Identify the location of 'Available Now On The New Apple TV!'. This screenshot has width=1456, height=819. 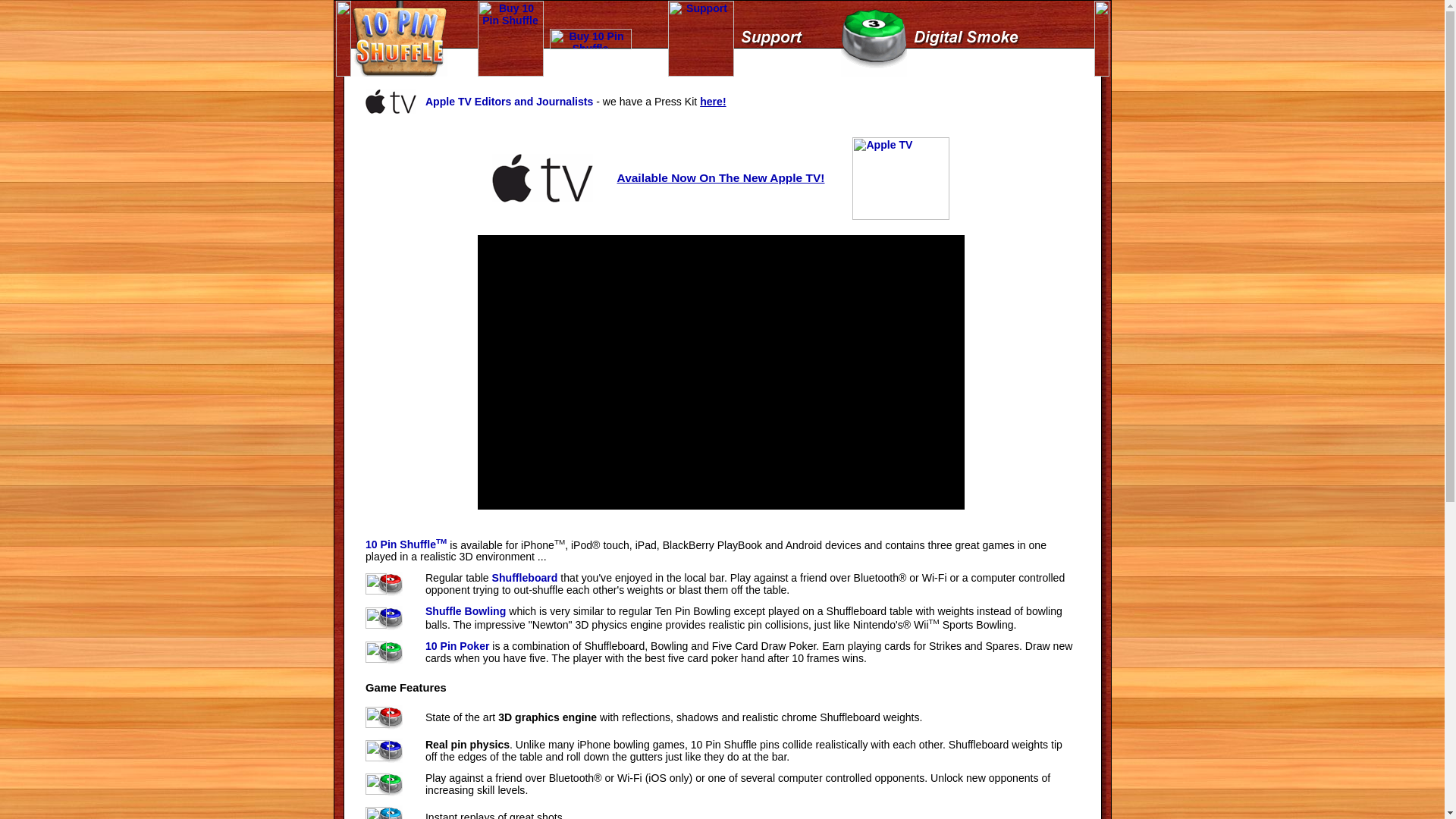
(720, 177).